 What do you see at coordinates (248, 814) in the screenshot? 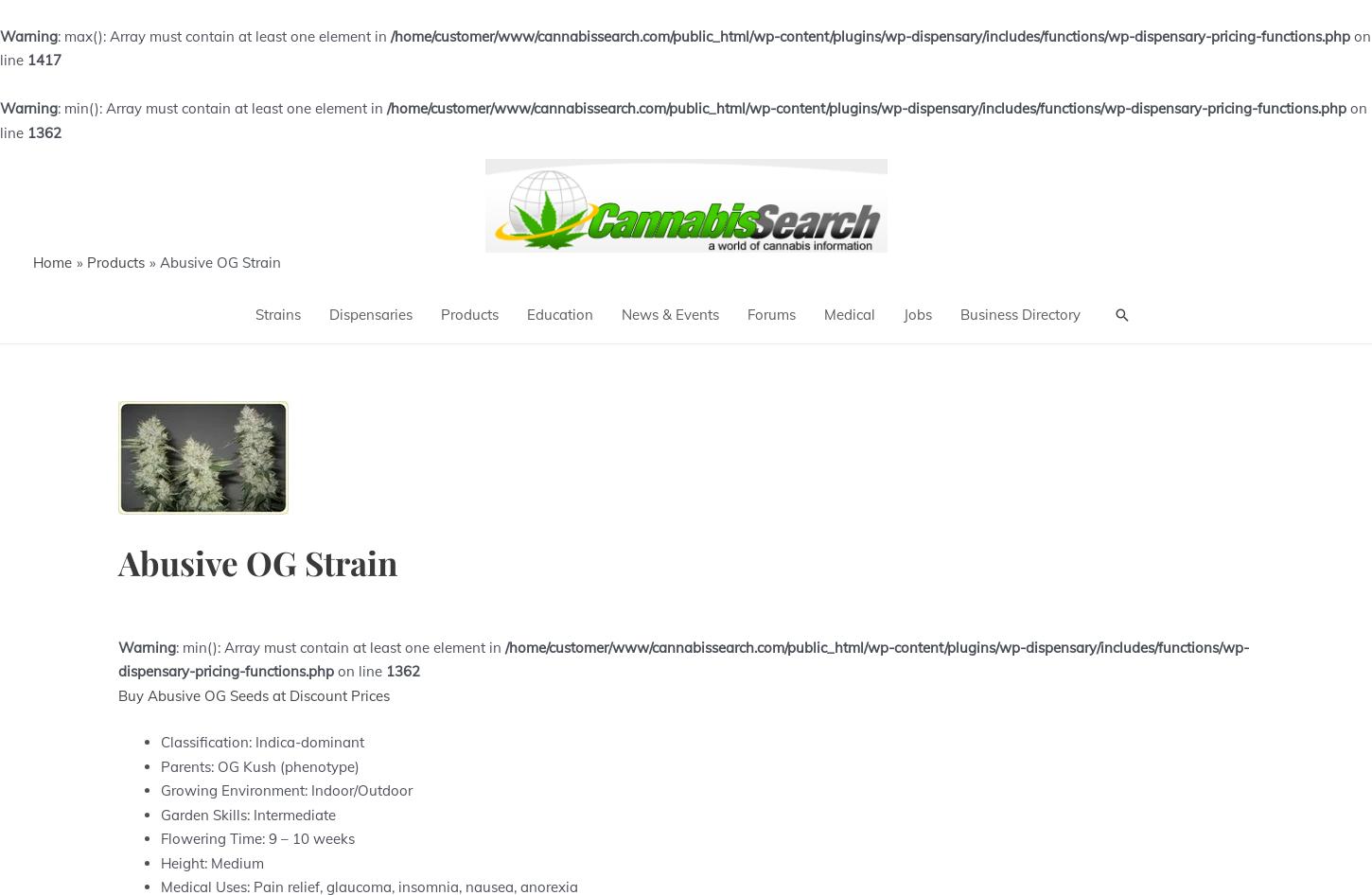
I see `'Garden Skills: Intermediate'` at bounding box center [248, 814].